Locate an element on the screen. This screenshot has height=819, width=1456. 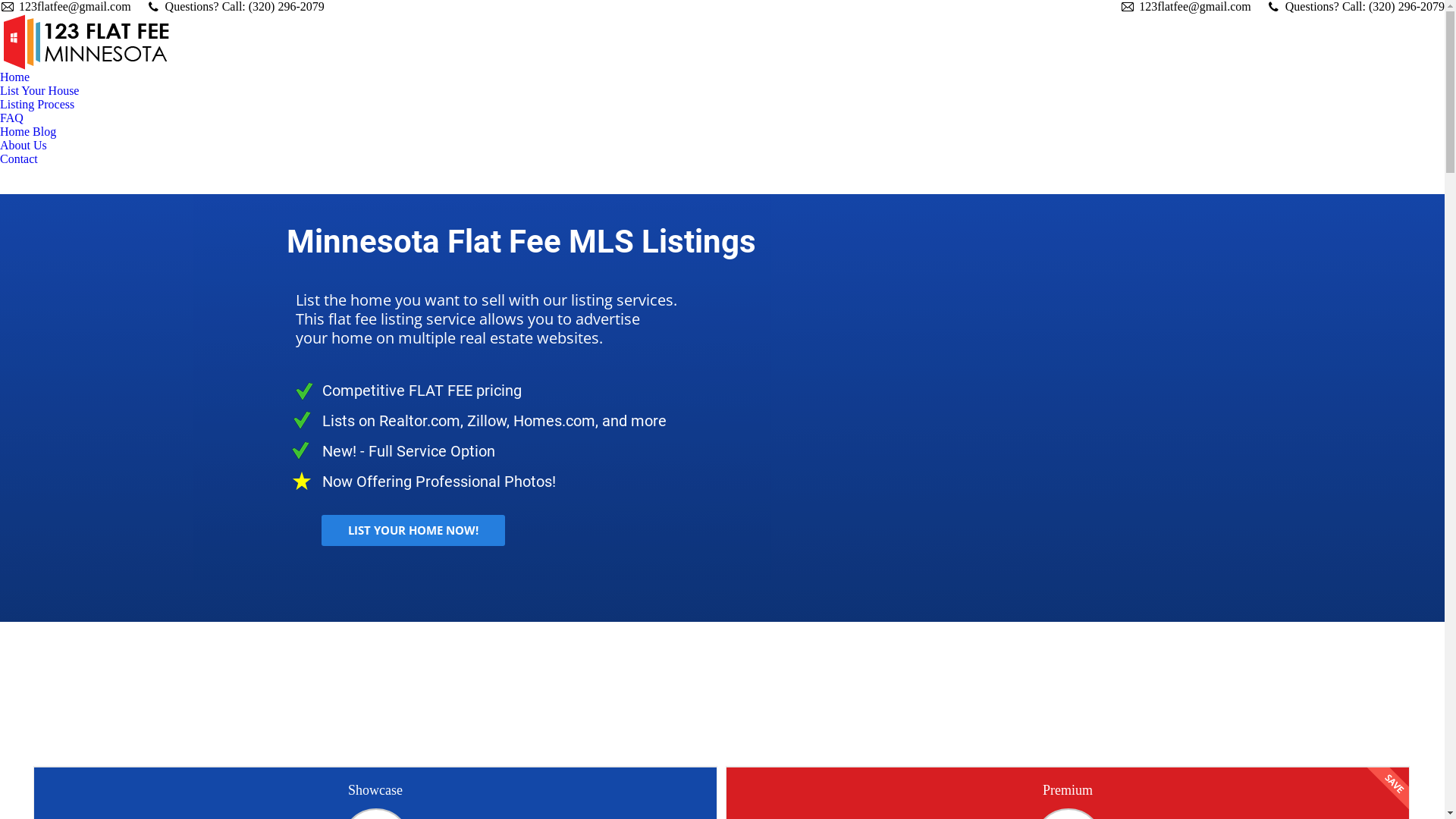
'List Your House' is located at coordinates (39, 90).